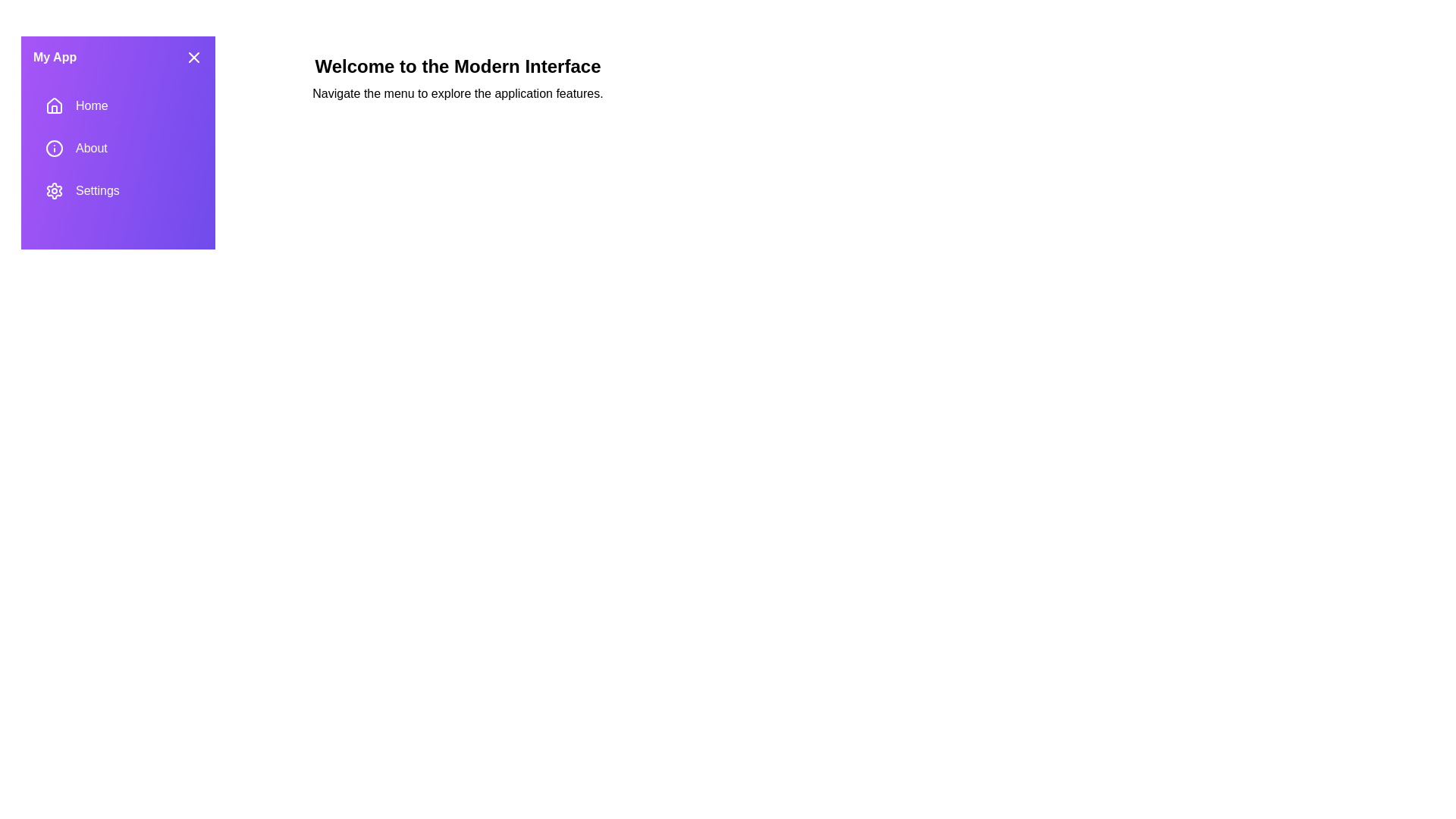  Describe the element at coordinates (118, 105) in the screenshot. I see `the drawer section labeled Home` at that location.